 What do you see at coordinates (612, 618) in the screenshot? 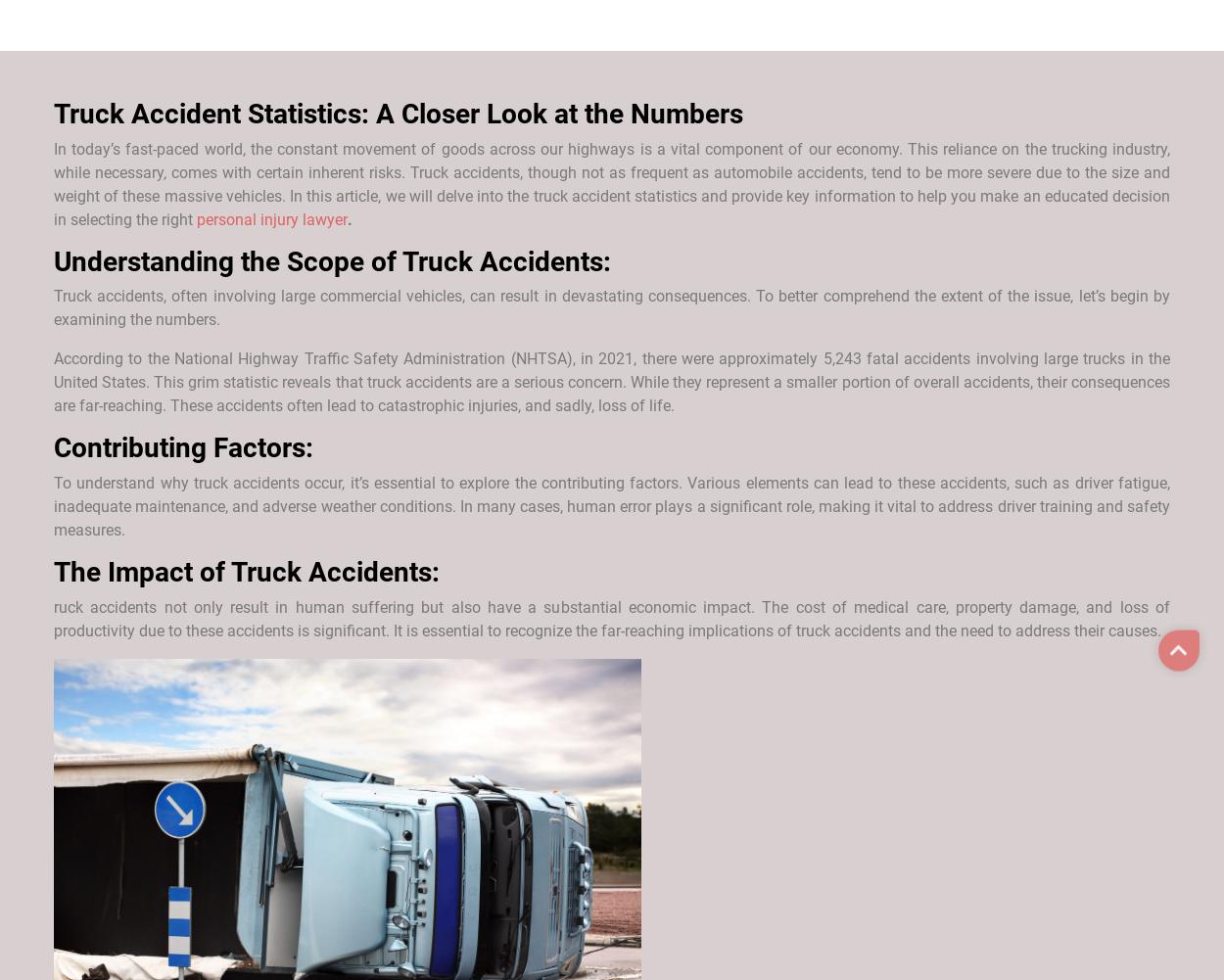
I see `'ruck accidents not only result in human suffering but also have a substantial economic impact. The cost of medical care, property damage, and loss of productivity due to these accidents is significant. It is essential to recognize the far-reaching implications of truck accidents and the need to address their causes.'` at bounding box center [612, 618].